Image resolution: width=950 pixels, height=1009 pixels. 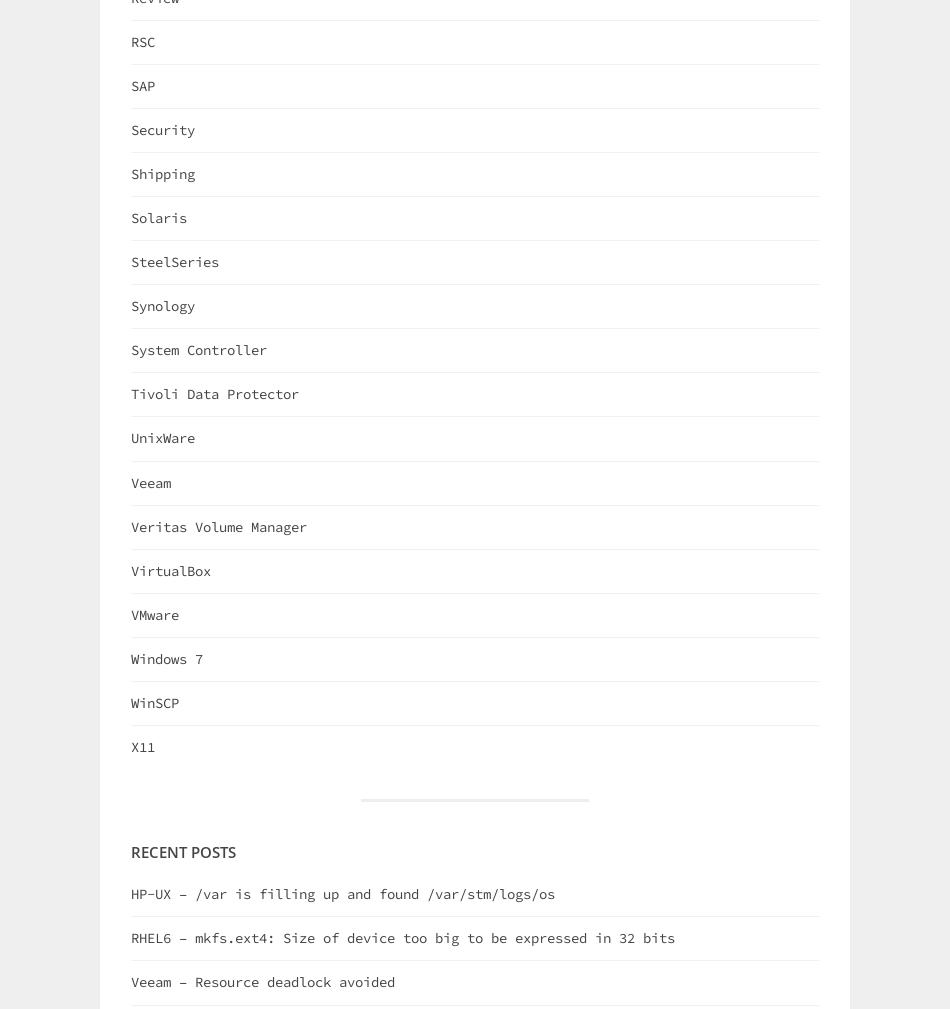 What do you see at coordinates (159, 217) in the screenshot?
I see `'Solaris'` at bounding box center [159, 217].